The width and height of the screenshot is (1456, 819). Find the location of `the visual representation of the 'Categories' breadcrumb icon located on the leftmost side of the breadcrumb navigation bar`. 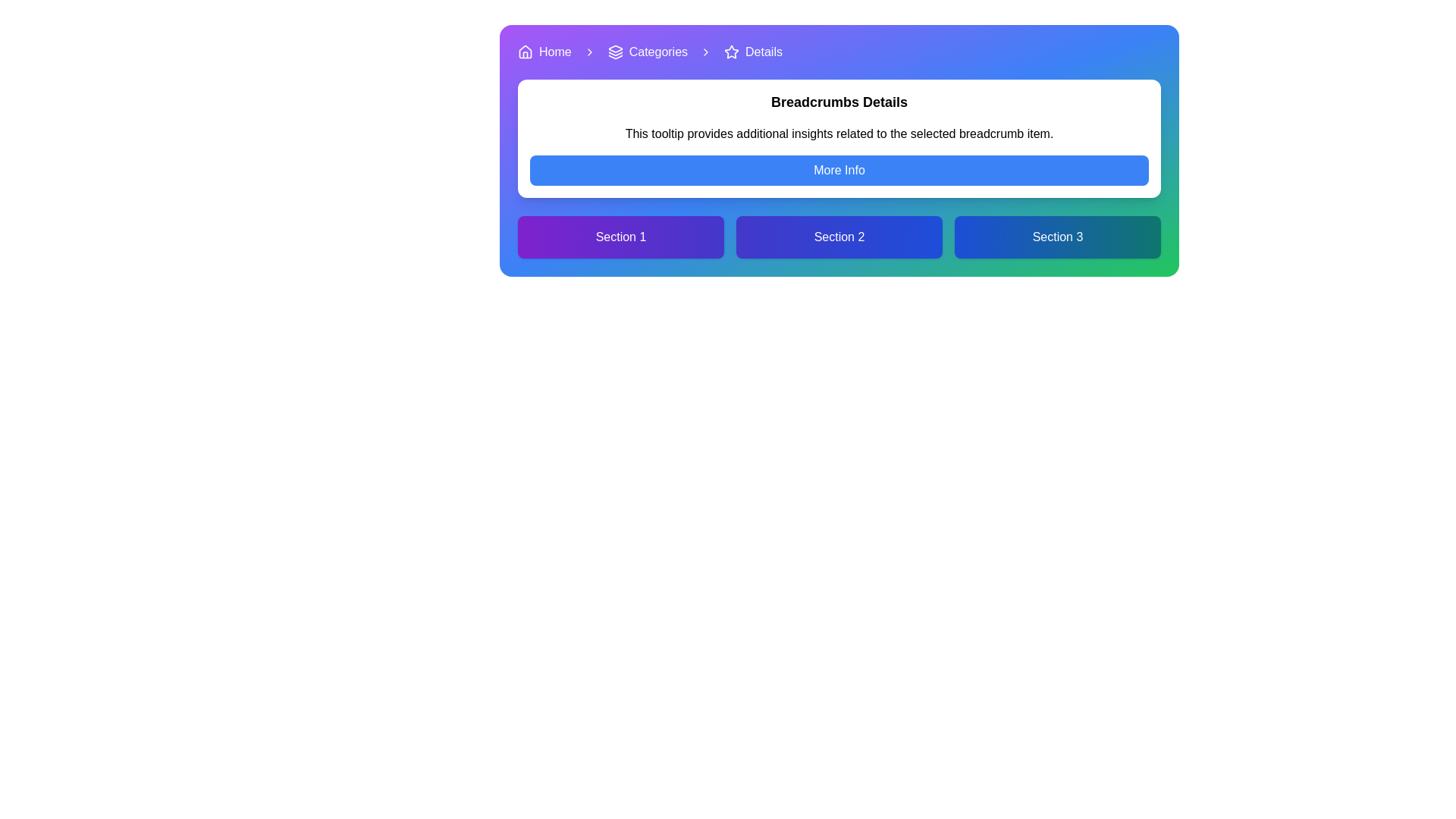

the visual representation of the 'Categories' breadcrumb icon located on the leftmost side of the breadcrumb navigation bar is located at coordinates (615, 52).